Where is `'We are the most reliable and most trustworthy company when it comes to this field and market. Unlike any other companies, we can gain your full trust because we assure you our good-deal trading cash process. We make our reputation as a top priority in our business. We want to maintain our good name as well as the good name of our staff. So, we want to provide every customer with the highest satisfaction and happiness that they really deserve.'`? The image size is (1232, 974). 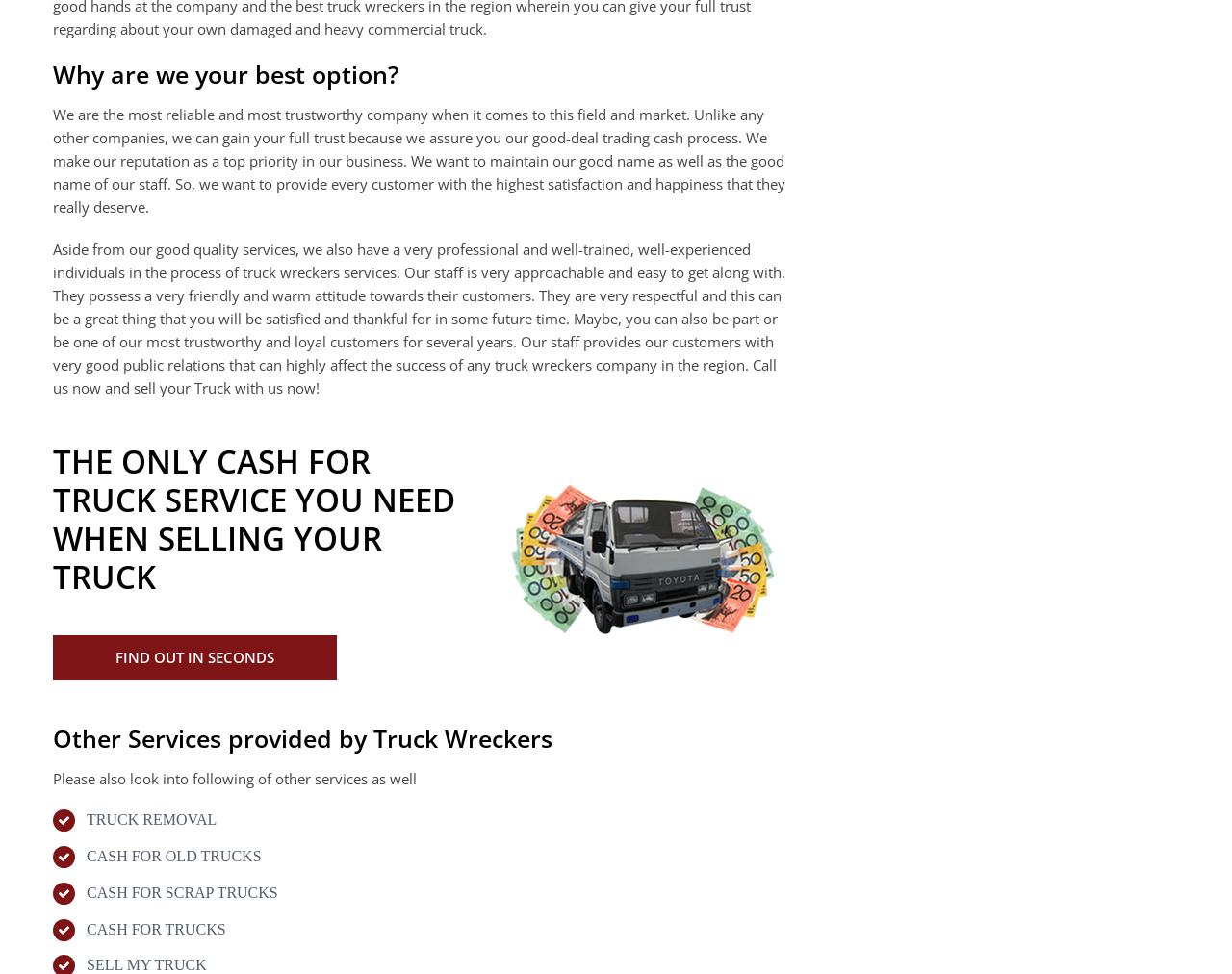
'We are the most reliable and most trustworthy company when it comes to this field and market. Unlike any other companies, we can gain your full trust because we assure you our good-deal trading cash process. We make our reputation as a top priority in our business. We want to maintain our good name as well as the good name of our staff. So, we want to provide every customer with the highest satisfaction and happiness that they really deserve.' is located at coordinates (418, 159).